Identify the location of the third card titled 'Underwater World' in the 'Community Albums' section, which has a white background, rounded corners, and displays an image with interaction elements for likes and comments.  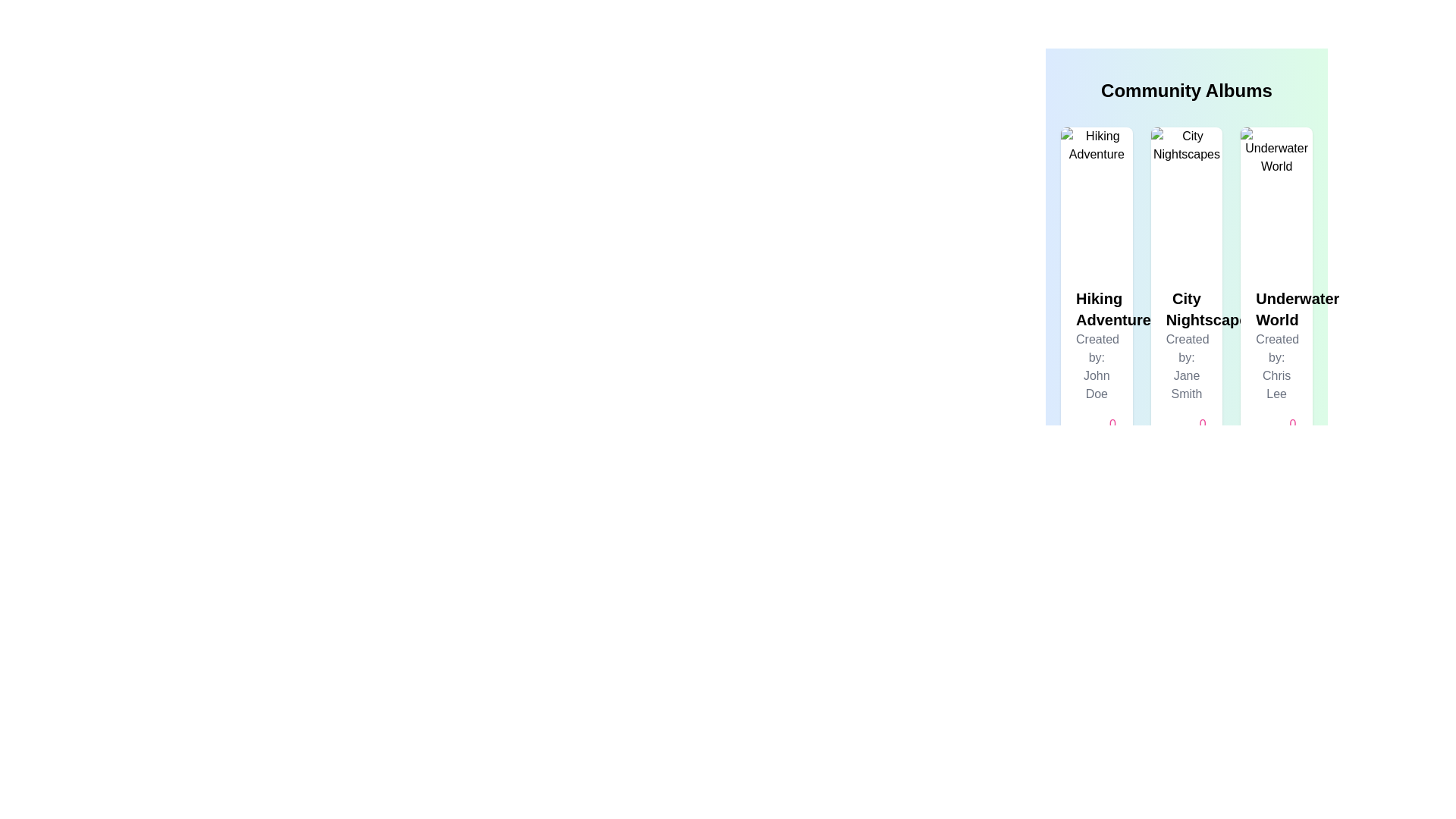
(1276, 297).